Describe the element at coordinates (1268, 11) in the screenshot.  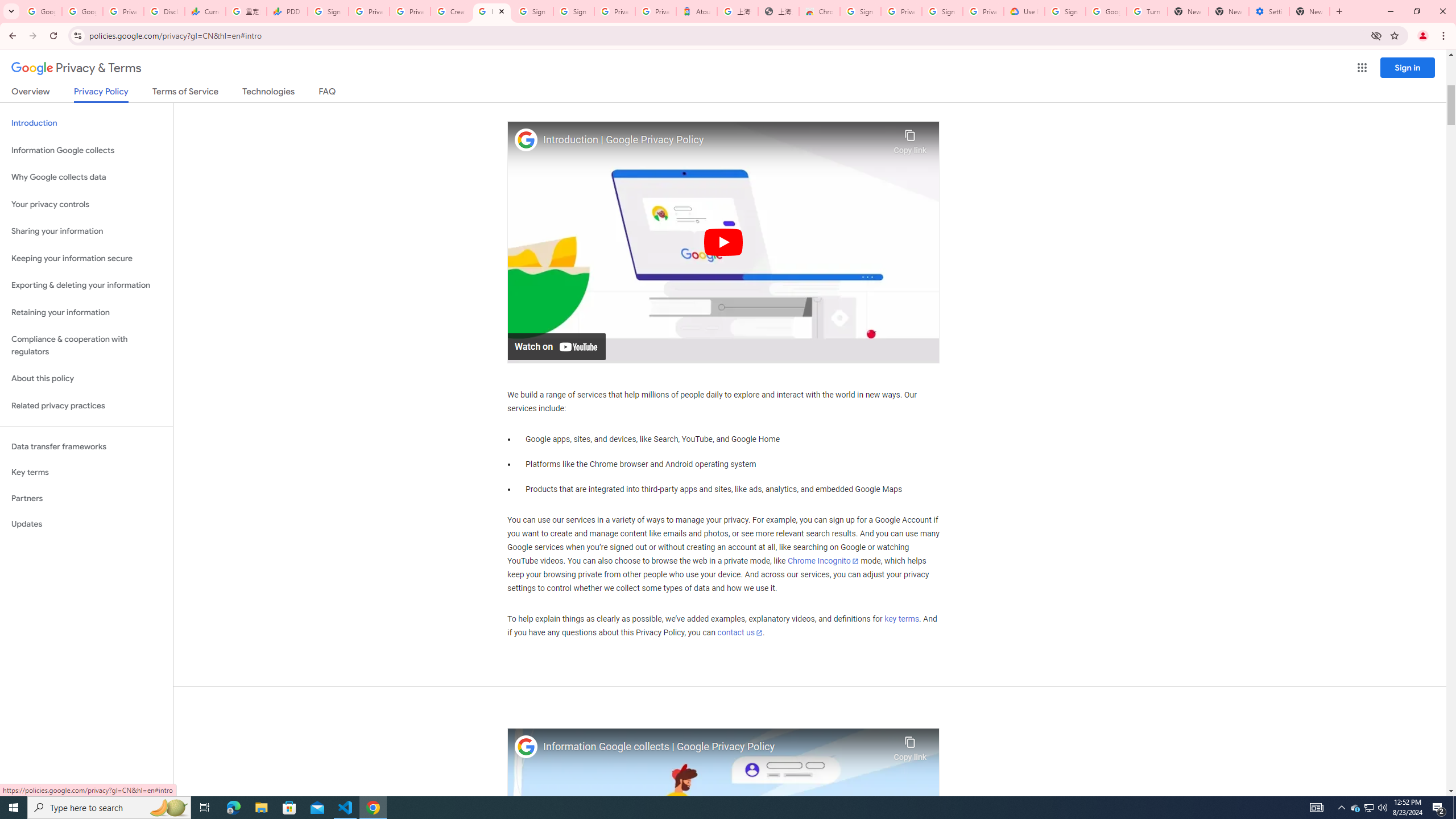
I see `'Settings - System'` at that location.